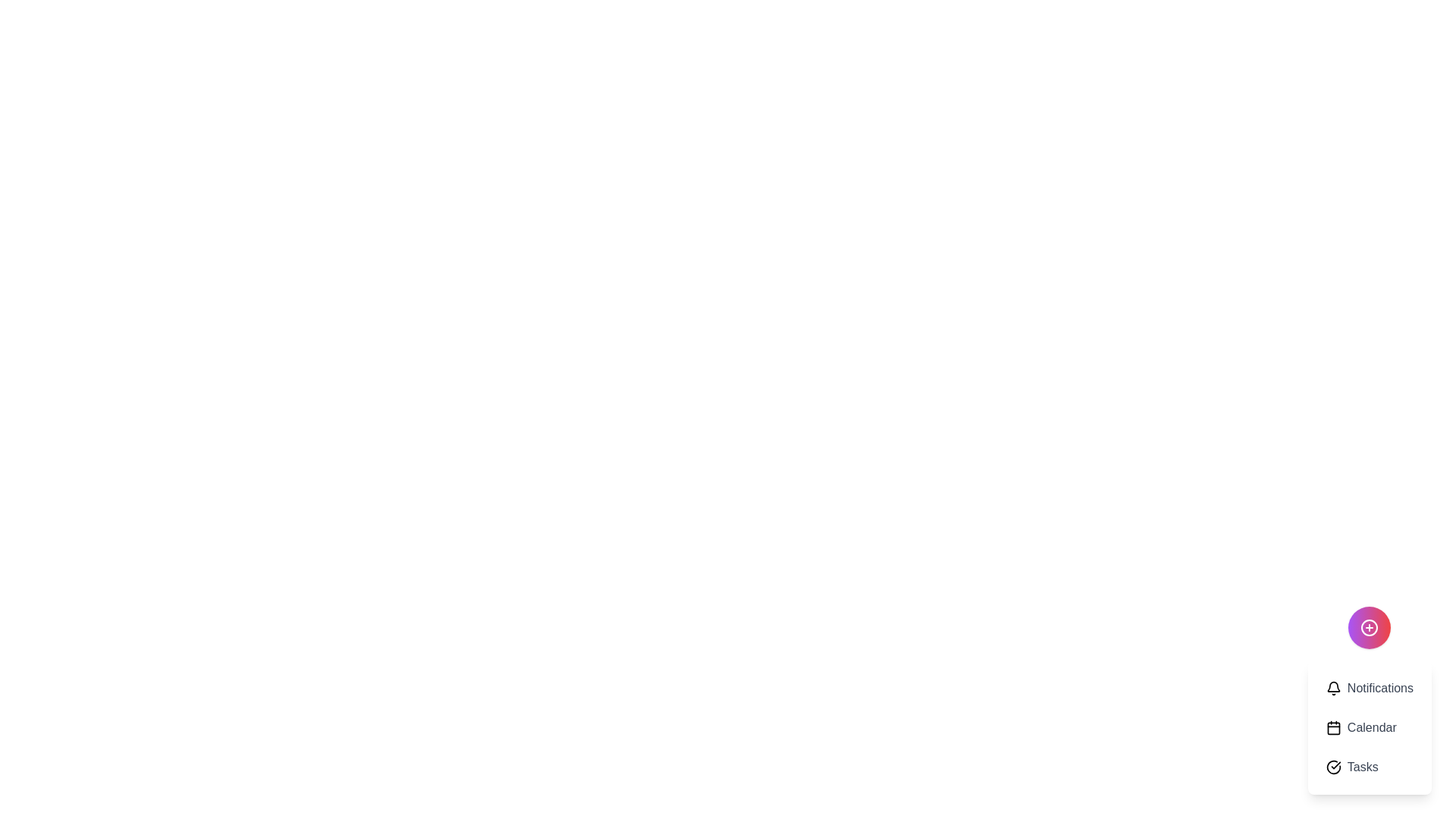 The width and height of the screenshot is (1456, 819). Describe the element at coordinates (1370, 727) in the screenshot. I see `the 'Calendar' menu item` at that location.